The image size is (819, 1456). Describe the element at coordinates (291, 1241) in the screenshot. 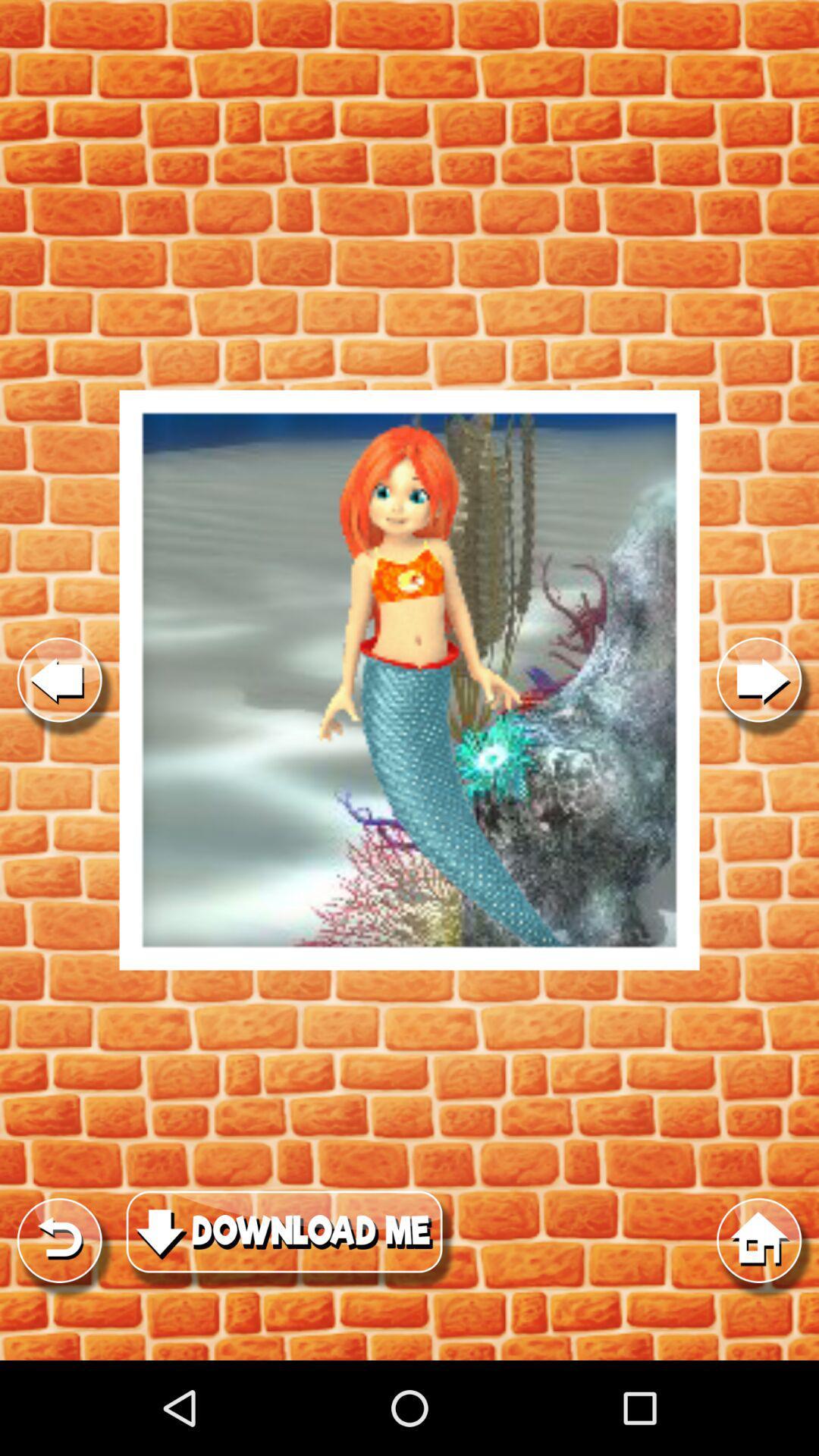

I see `download` at that location.